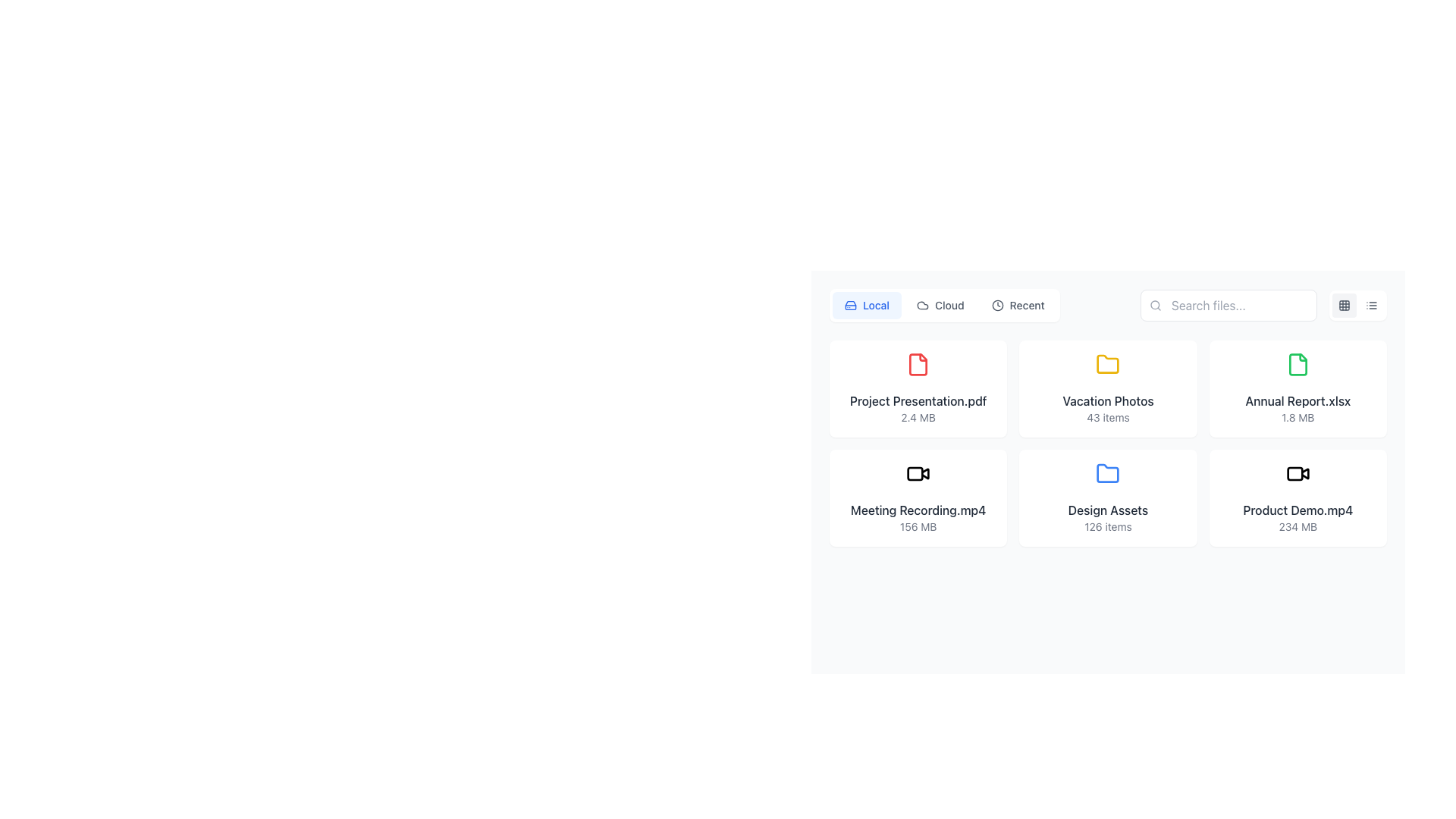 The image size is (1456, 819). Describe the element at coordinates (997, 305) in the screenshot. I see `the small clock icon located on the left side of the 'Recent' button at the top center of the interface for visual guidance` at that location.